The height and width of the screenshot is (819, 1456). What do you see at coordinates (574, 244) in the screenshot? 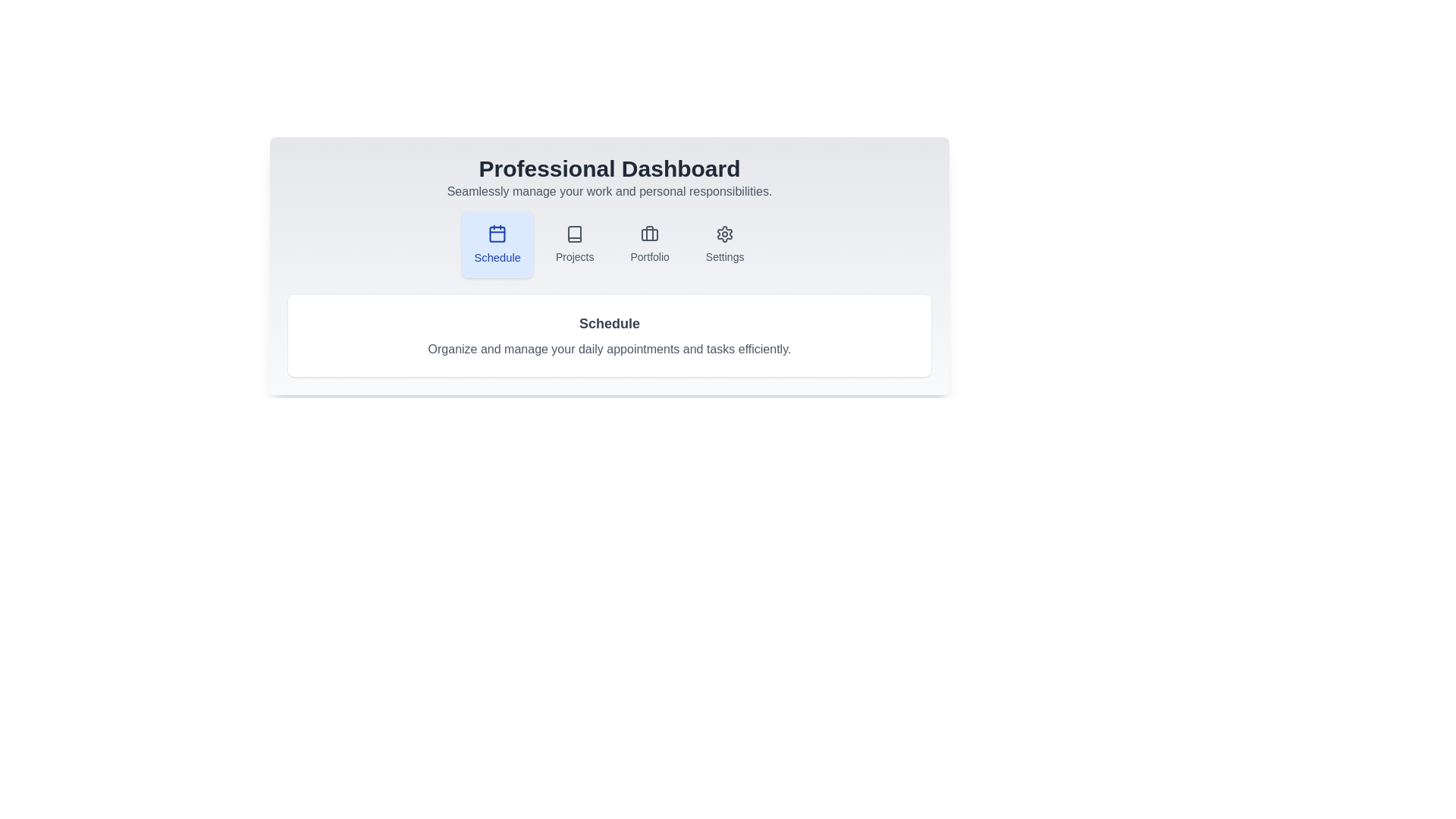
I see `the tab associated with Projects` at bounding box center [574, 244].